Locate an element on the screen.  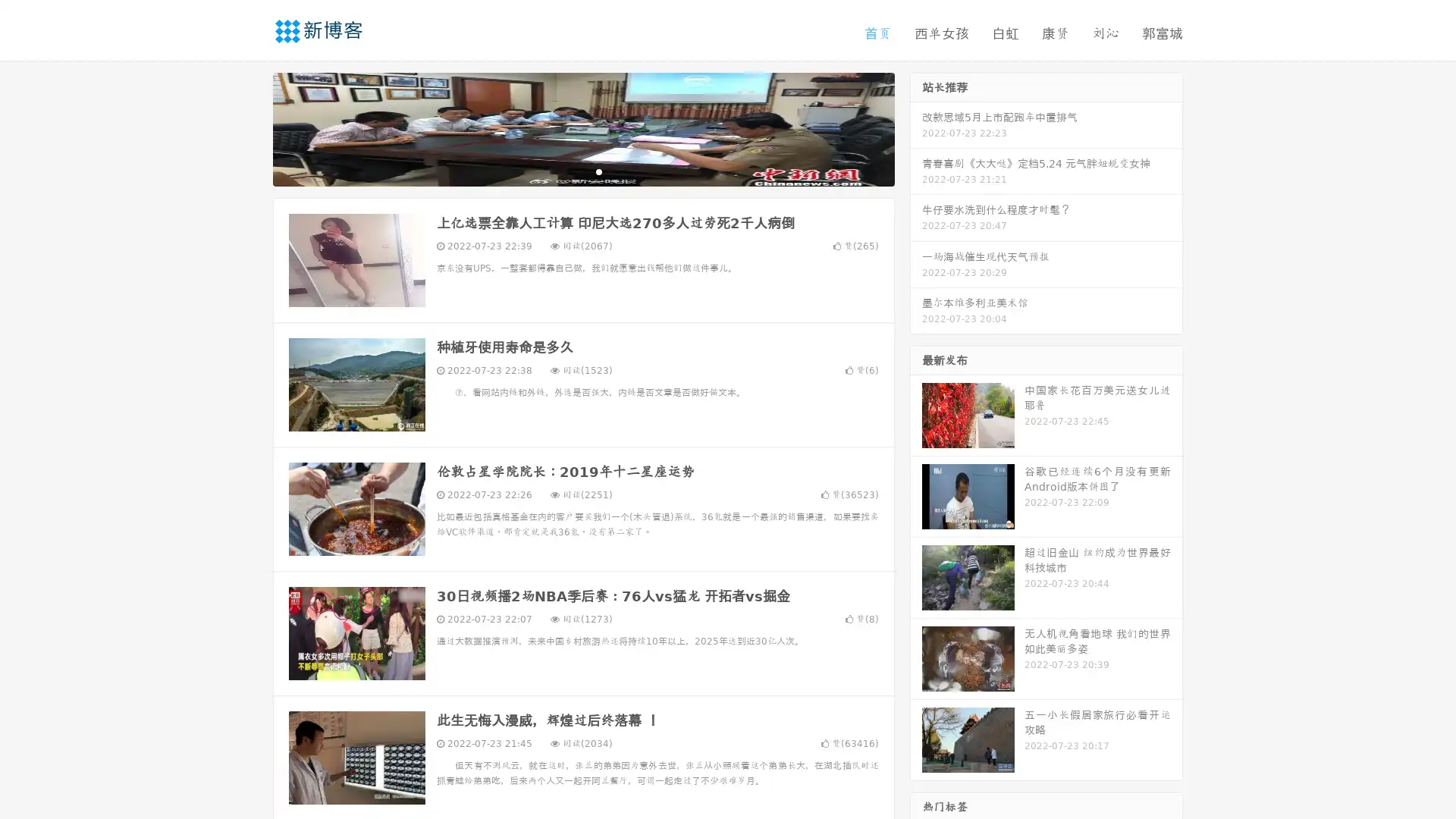
Go to slide 2 is located at coordinates (582, 171).